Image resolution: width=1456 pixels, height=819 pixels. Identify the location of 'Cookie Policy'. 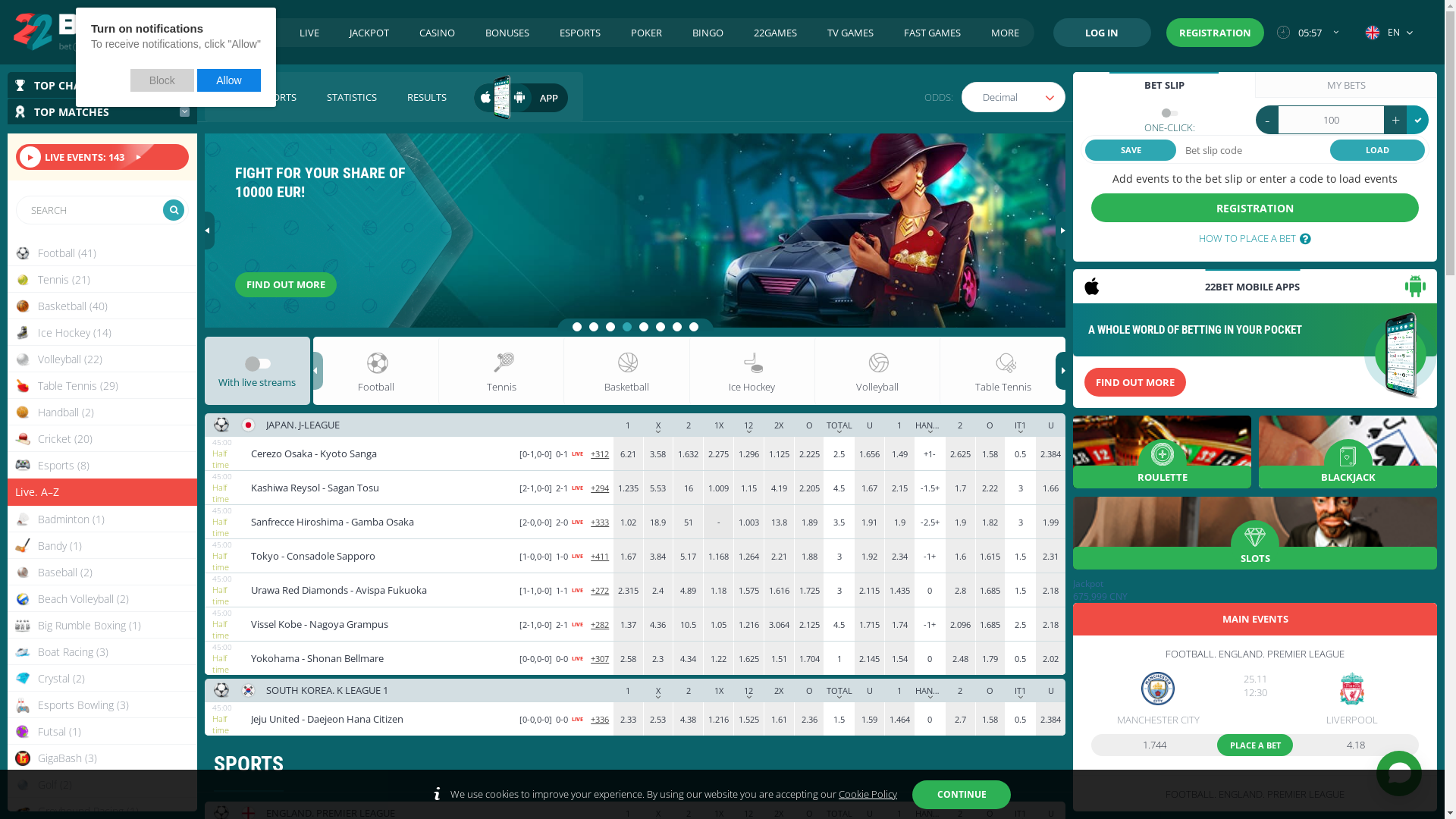
(837, 792).